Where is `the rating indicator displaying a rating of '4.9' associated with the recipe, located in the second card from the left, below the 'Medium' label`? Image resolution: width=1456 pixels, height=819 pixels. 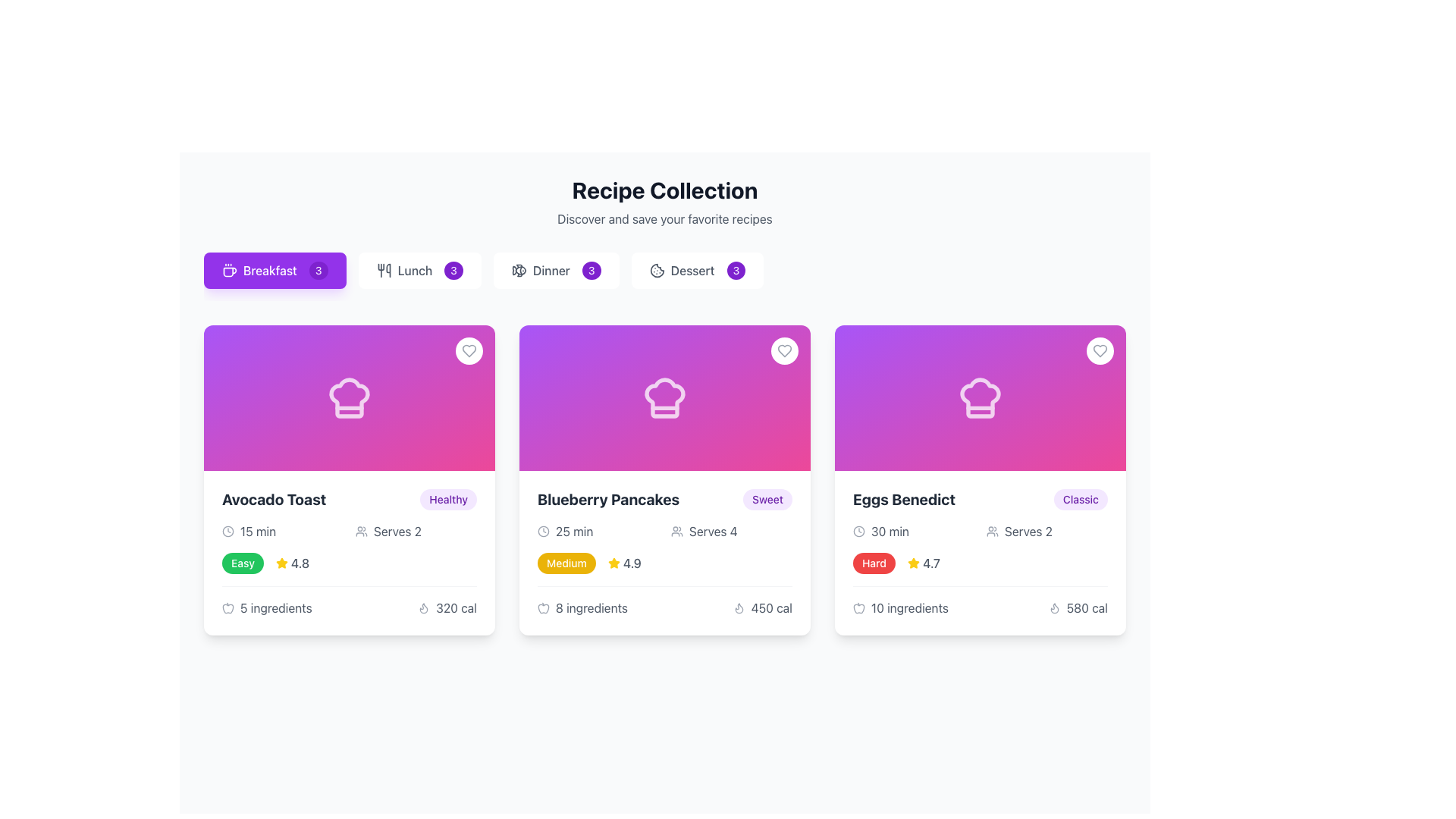
the rating indicator displaying a rating of '4.9' associated with the recipe, located in the second card from the left, below the 'Medium' label is located at coordinates (624, 563).